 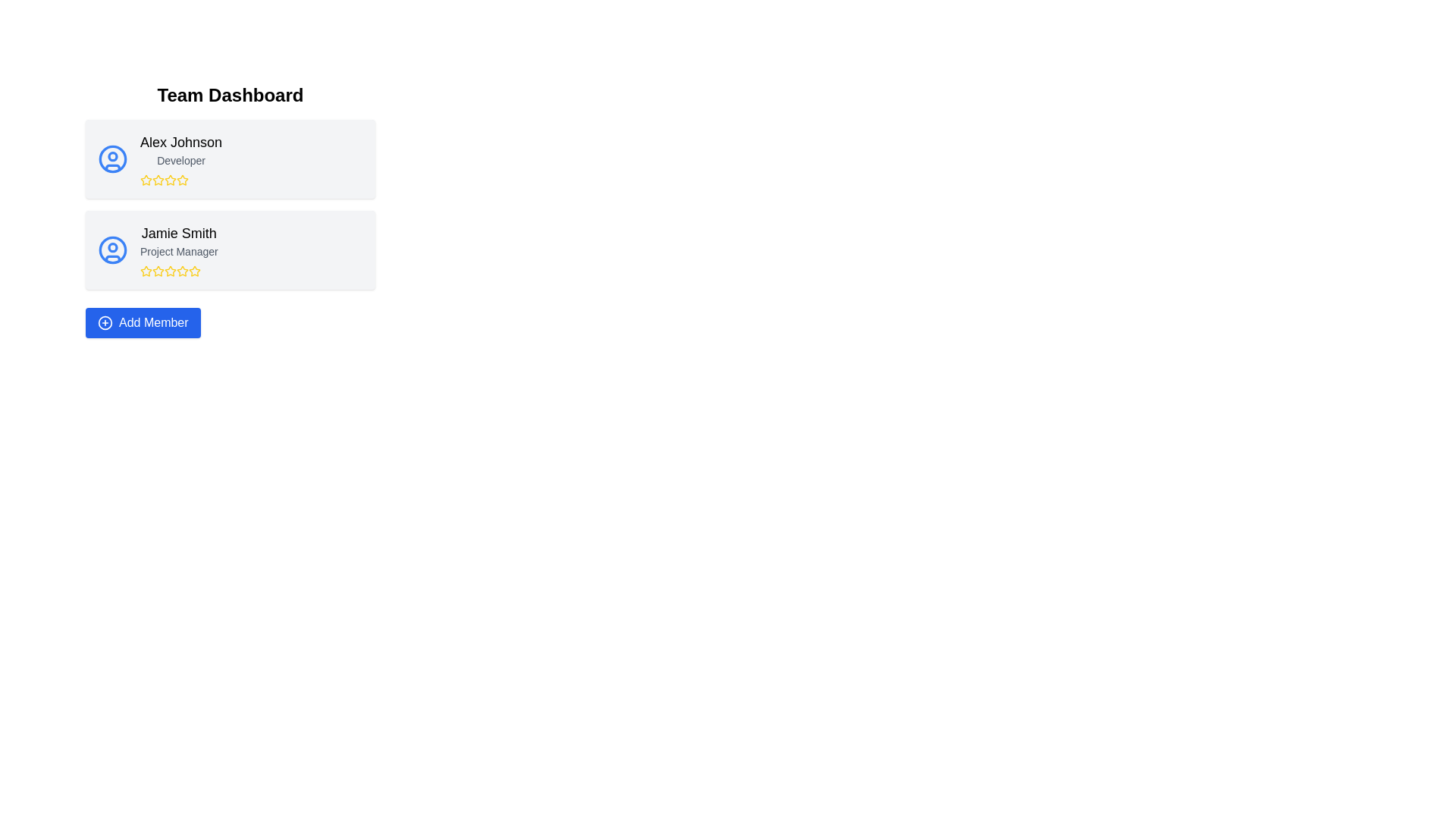 What do you see at coordinates (171, 179) in the screenshot?
I see `the second star icon in the rating system located beneath 'Alex Johnson' and 'Developer' in the first card of the user profiles list` at bounding box center [171, 179].